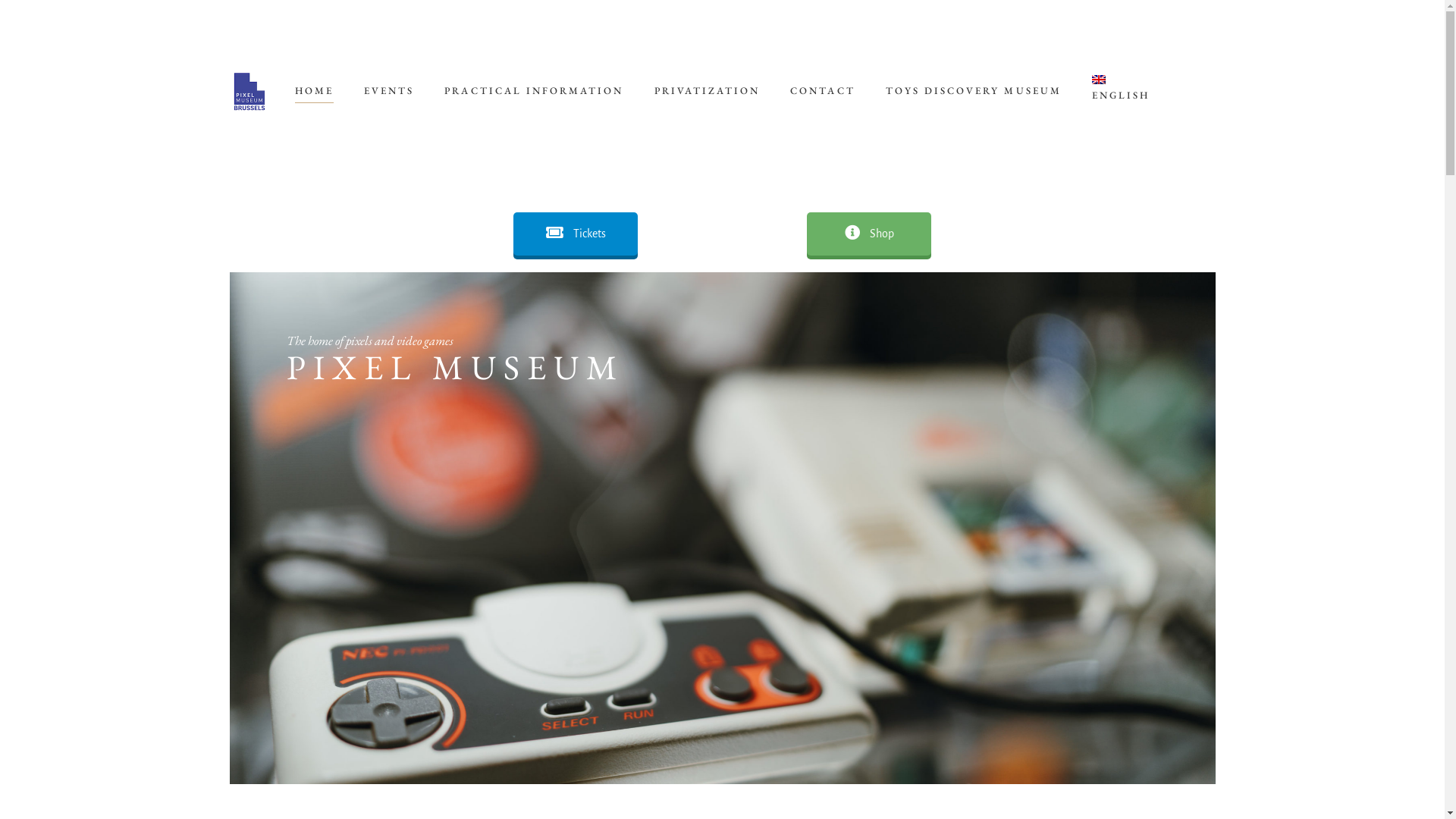 The width and height of the screenshot is (1456, 819). I want to click on 'EVENTS', so click(389, 90).